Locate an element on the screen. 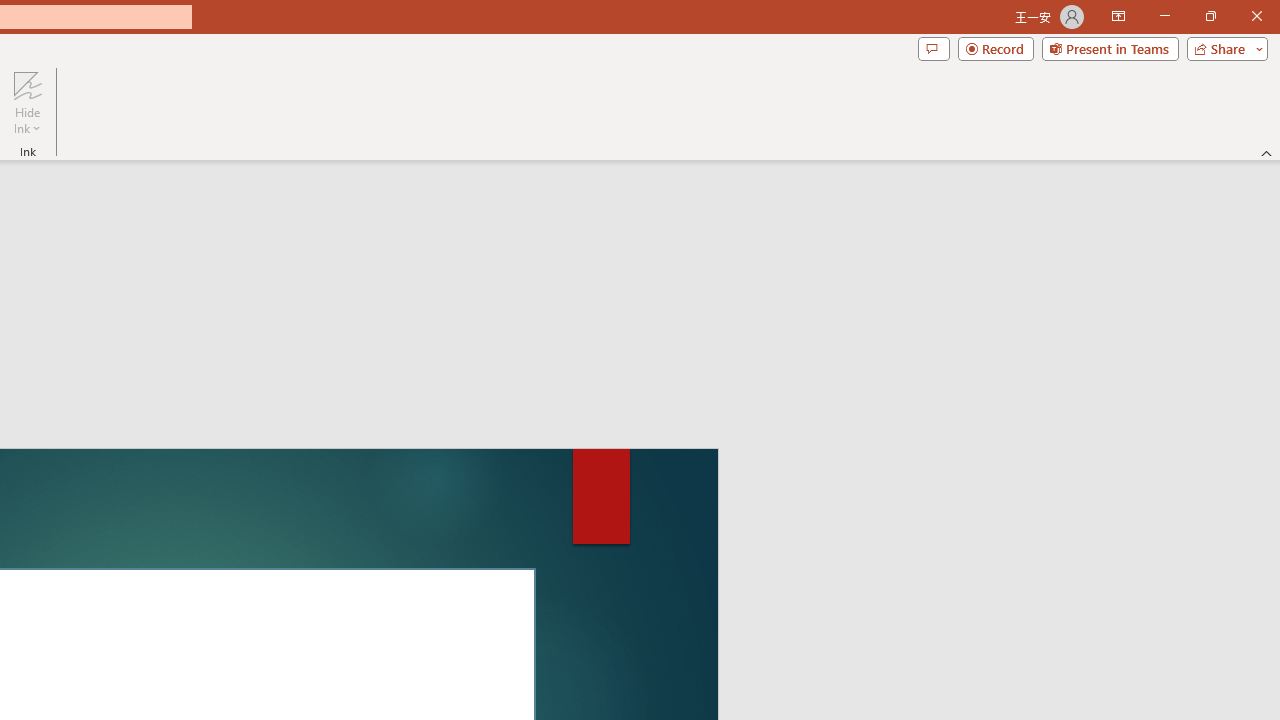 The image size is (1280, 720). 'Minimize' is located at coordinates (1164, 16).